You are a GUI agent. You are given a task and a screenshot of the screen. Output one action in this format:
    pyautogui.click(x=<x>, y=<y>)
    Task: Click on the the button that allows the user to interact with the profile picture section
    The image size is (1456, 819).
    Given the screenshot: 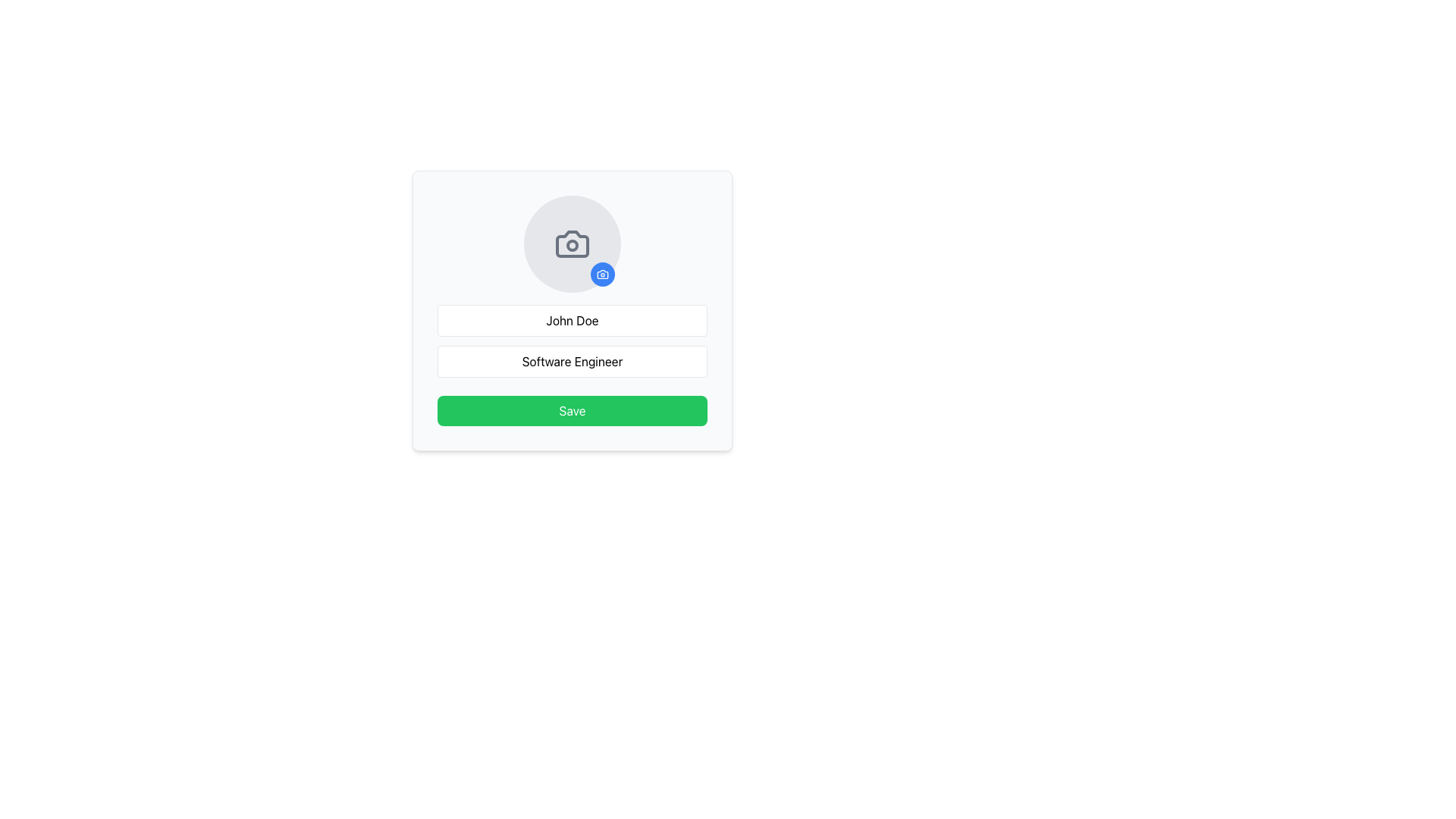 What is the action you would take?
    pyautogui.click(x=602, y=275)
    